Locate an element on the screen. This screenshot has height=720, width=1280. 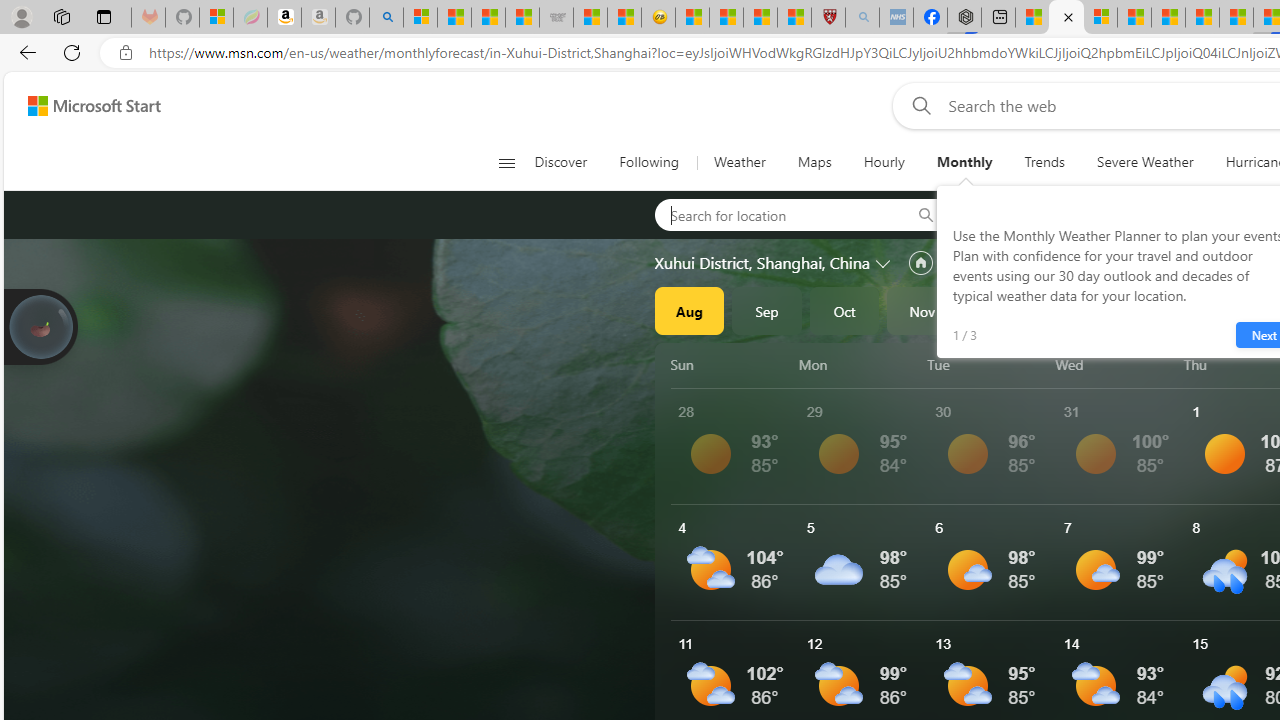
'Nov' is located at coordinates (921, 311).